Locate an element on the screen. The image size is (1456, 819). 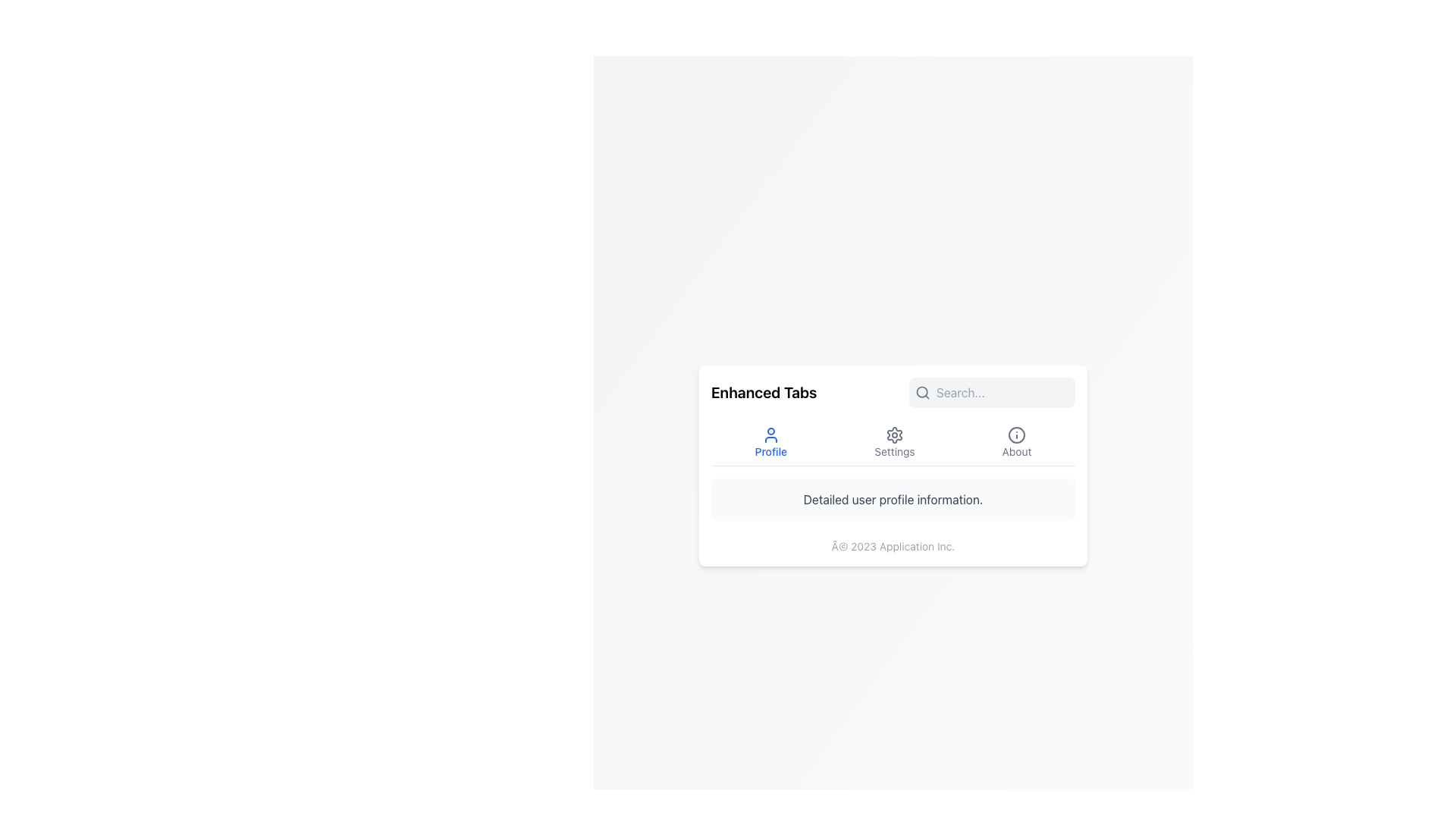
the 'Settings' button, which features a gear icon and small gray text is located at coordinates (894, 442).